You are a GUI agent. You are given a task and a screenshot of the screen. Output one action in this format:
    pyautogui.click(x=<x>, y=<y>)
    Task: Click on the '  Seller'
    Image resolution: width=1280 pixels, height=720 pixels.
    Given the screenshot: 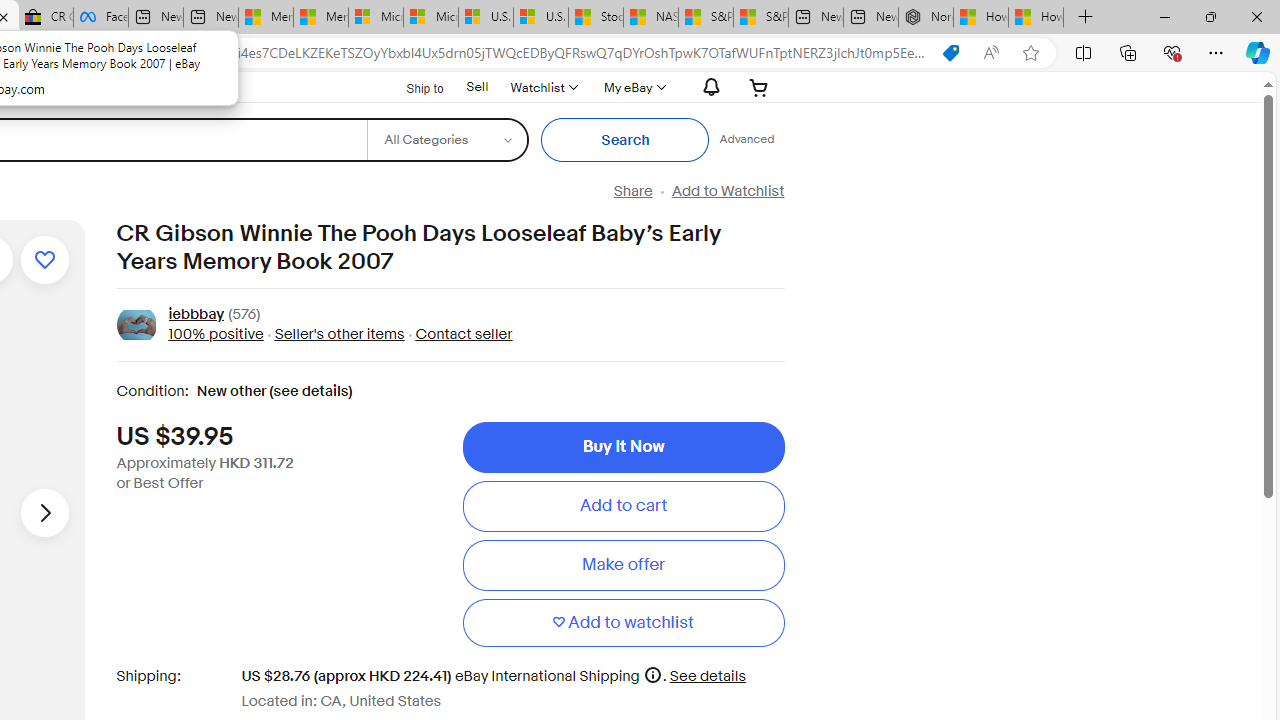 What is the action you would take?
    pyautogui.click(x=333, y=333)
    